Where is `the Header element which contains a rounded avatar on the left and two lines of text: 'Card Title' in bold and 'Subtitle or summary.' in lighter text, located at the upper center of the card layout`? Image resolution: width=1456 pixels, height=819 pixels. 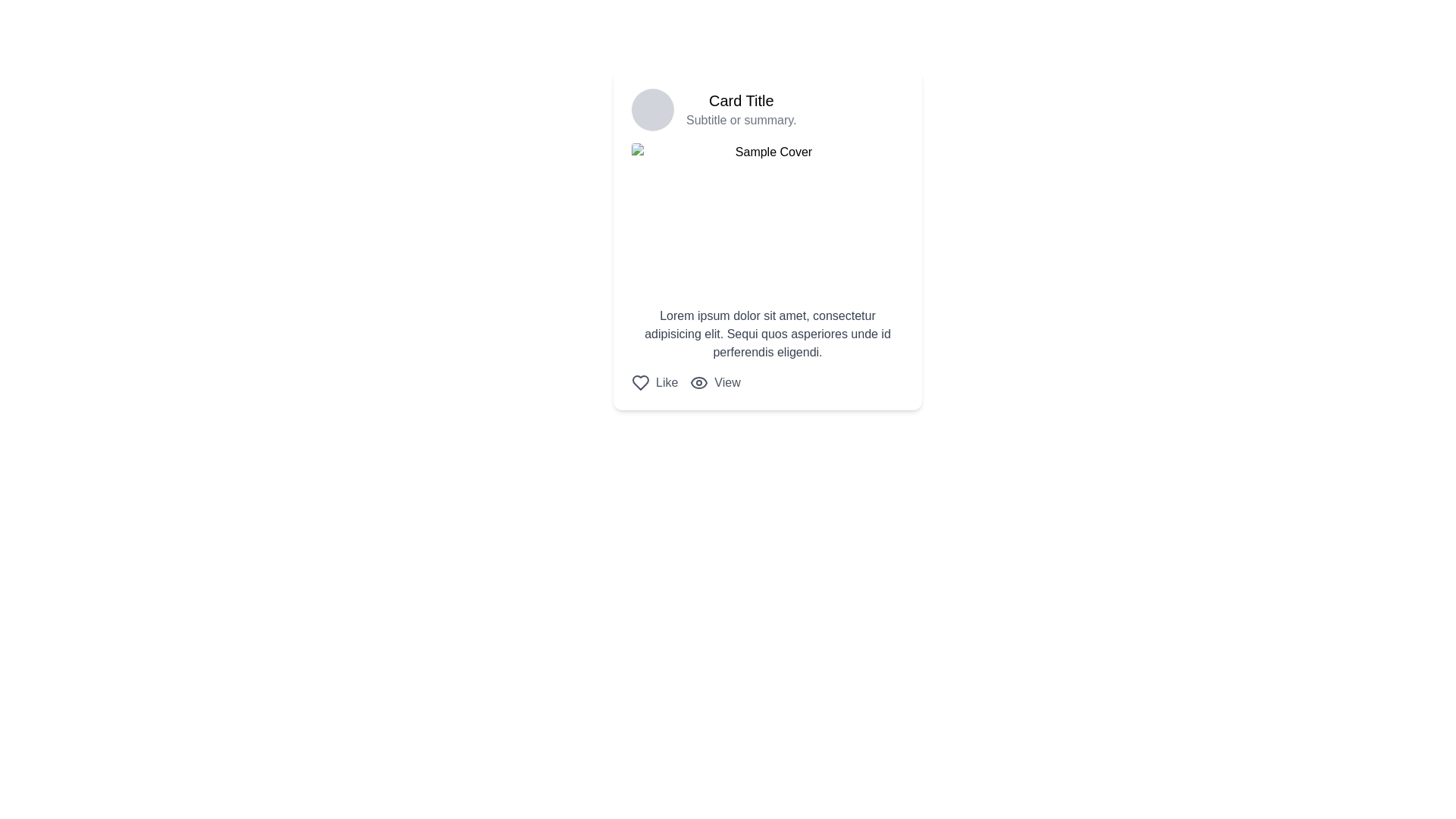 the Header element which contains a rounded avatar on the left and two lines of text: 'Card Title' in bold and 'Subtitle or summary.' in lighter text, located at the upper center of the card layout is located at coordinates (767, 109).